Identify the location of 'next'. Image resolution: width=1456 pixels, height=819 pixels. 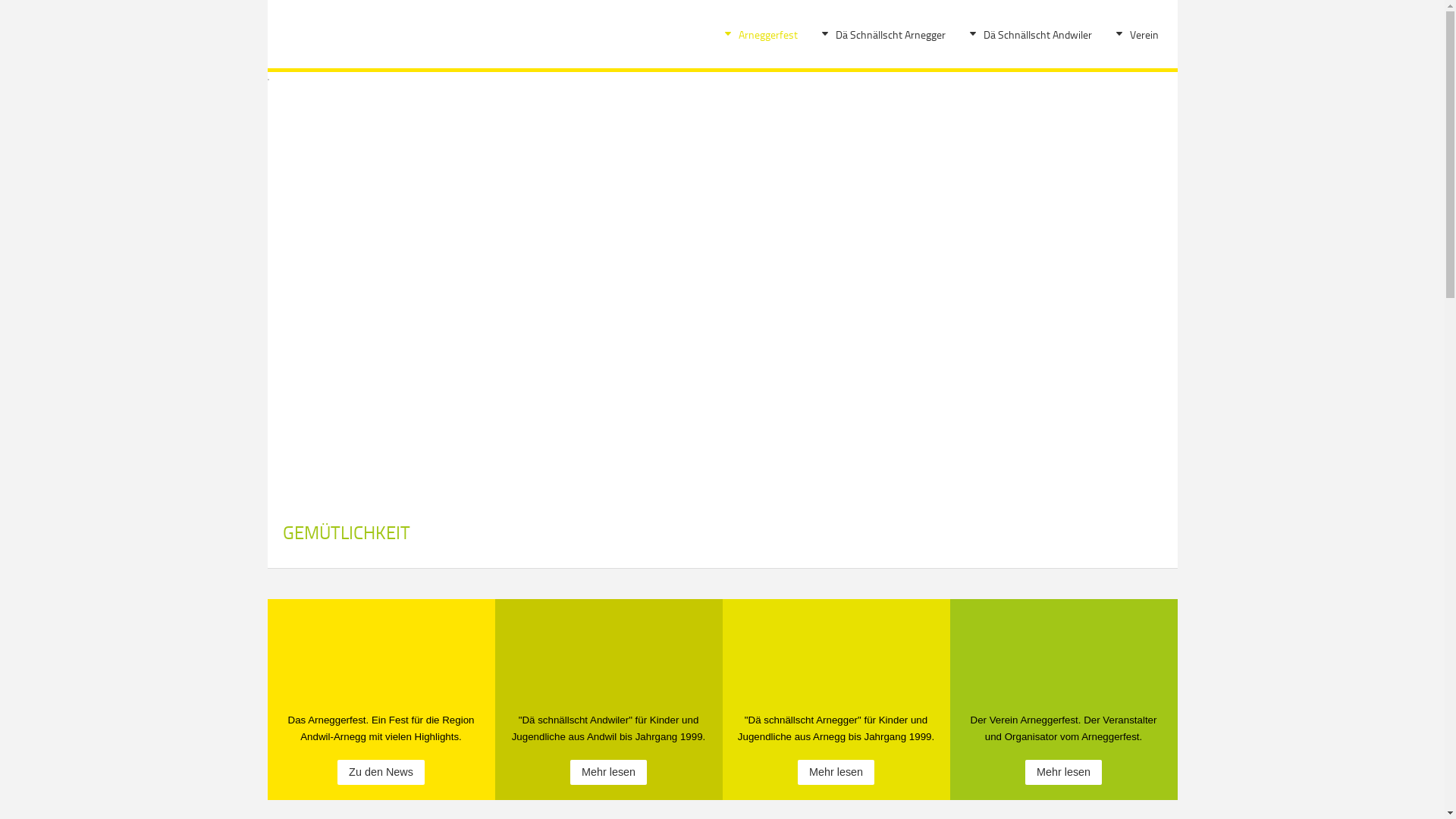
(1124, 268).